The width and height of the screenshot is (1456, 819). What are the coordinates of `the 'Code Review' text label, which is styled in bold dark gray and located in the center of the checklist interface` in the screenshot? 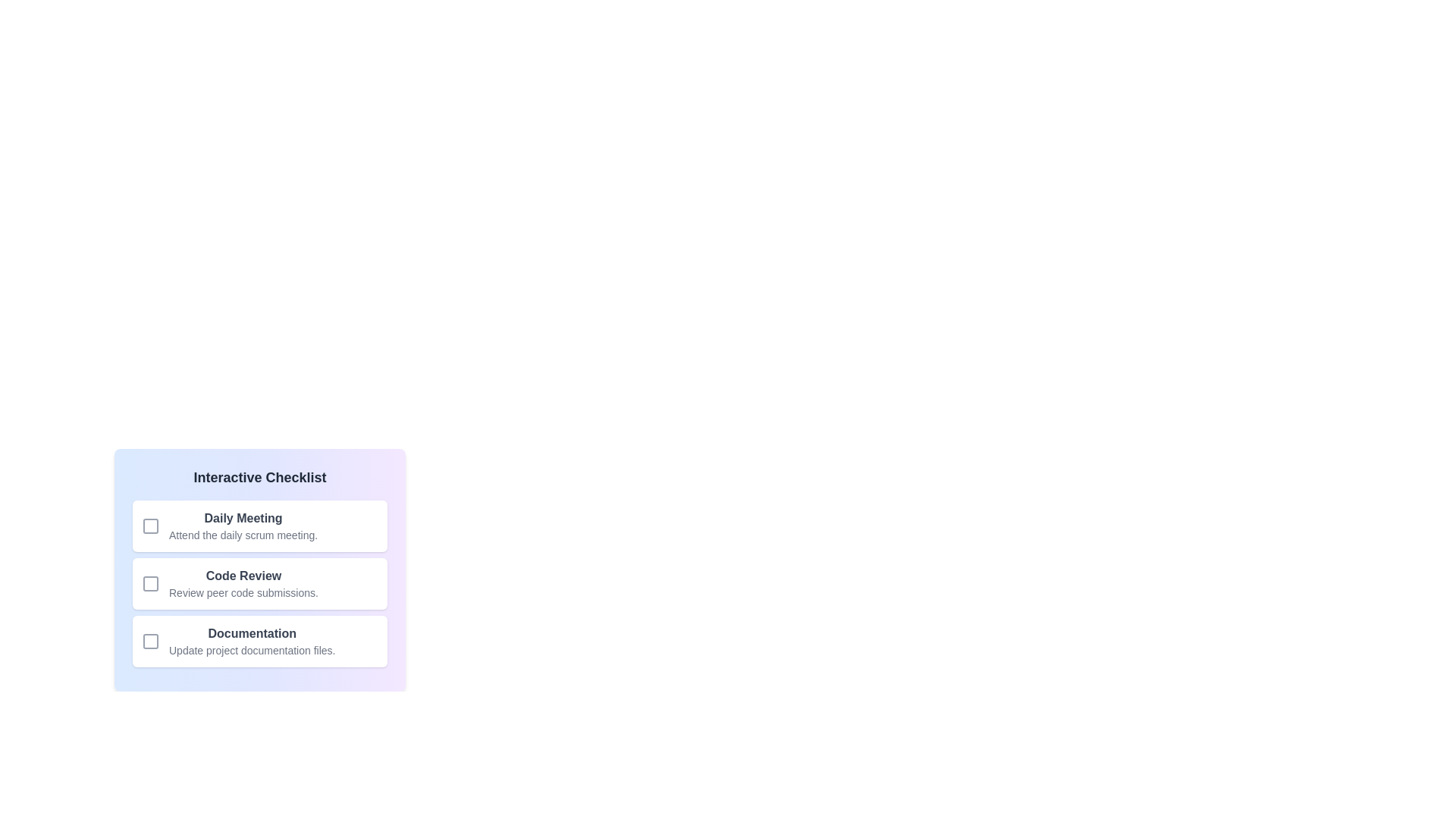 It's located at (243, 576).